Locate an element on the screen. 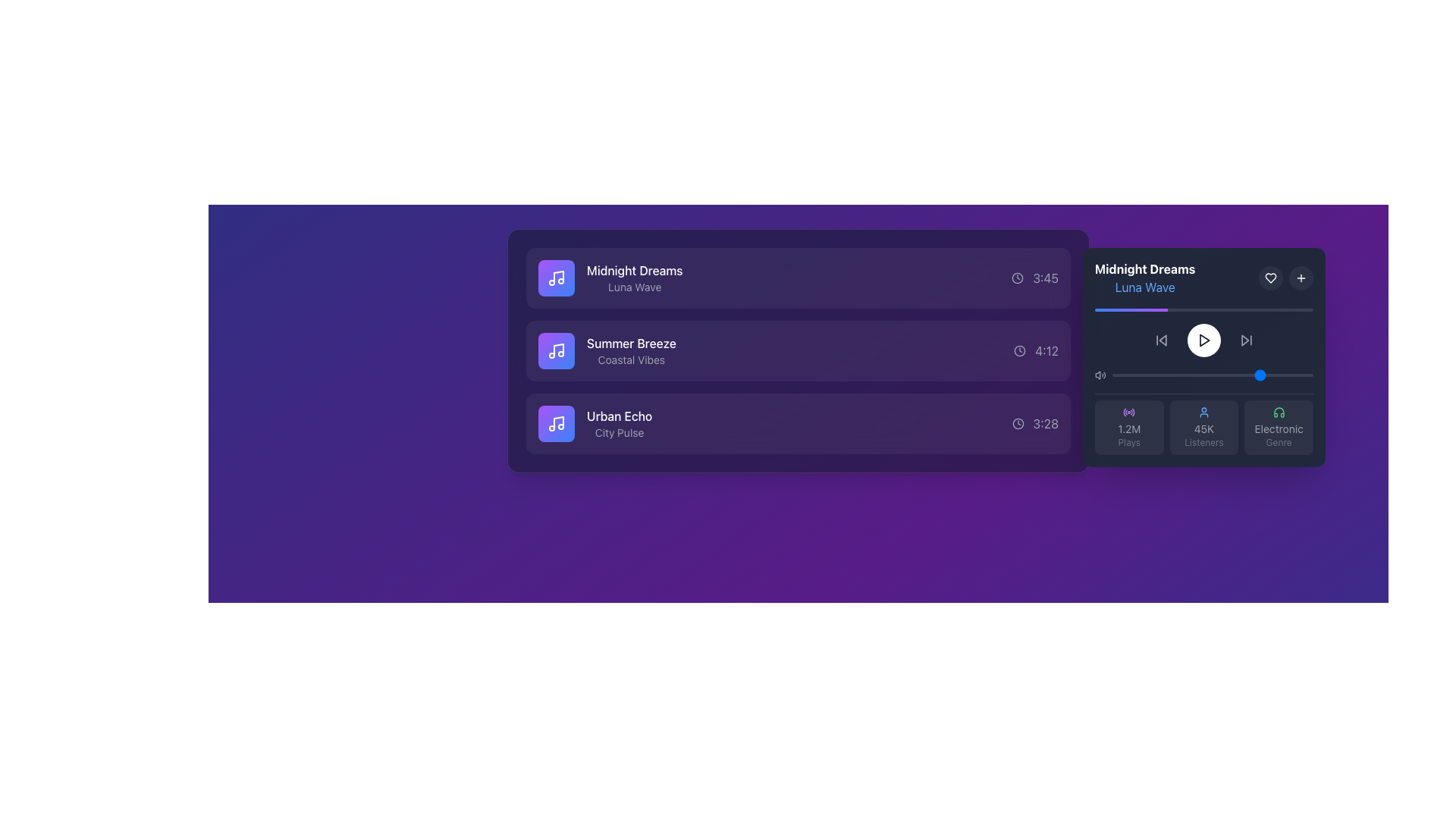  the slider is located at coordinates (1288, 375).